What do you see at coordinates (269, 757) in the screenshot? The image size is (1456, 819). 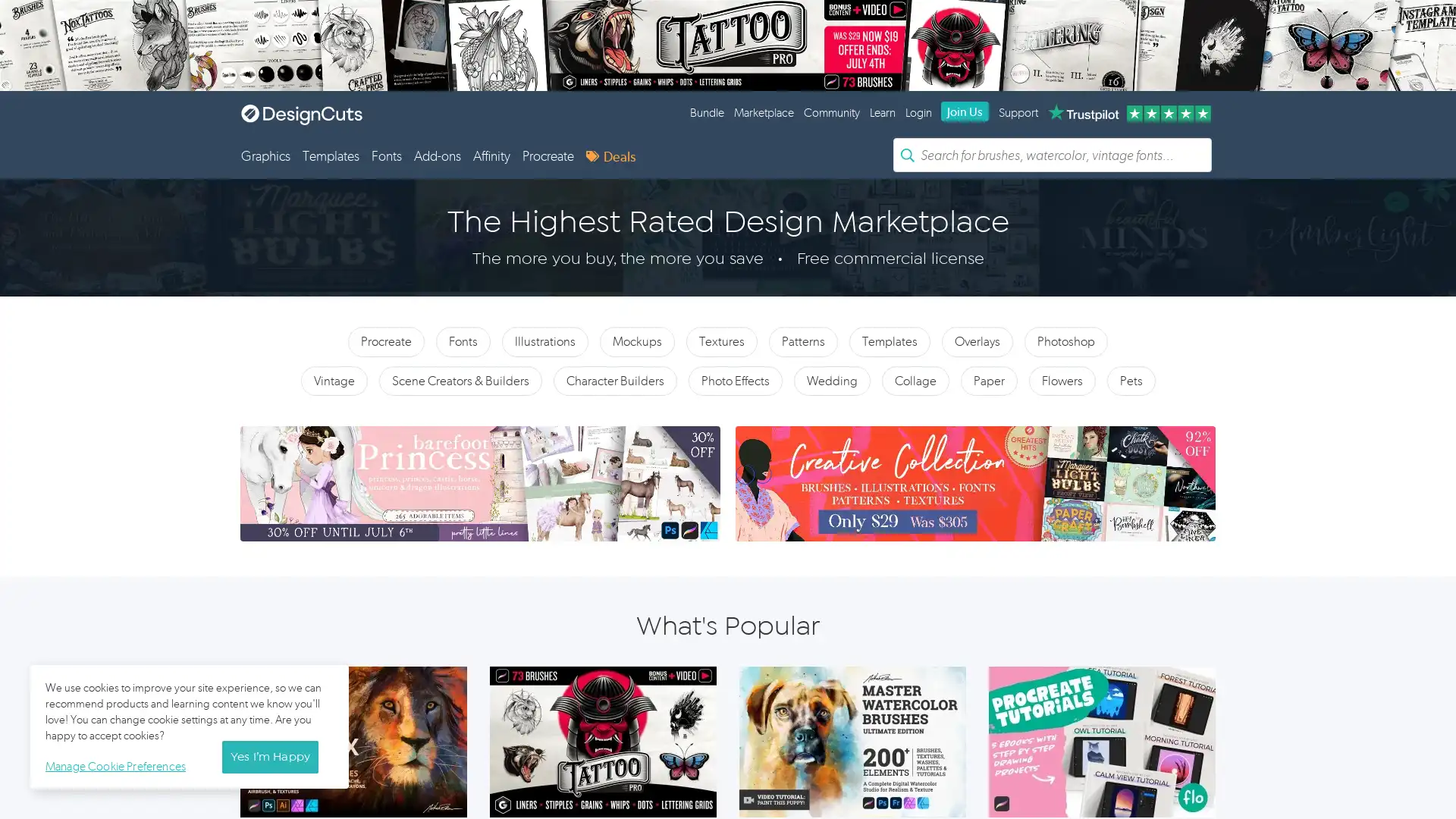 I see `Yes Im Happy` at bounding box center [269, 757].